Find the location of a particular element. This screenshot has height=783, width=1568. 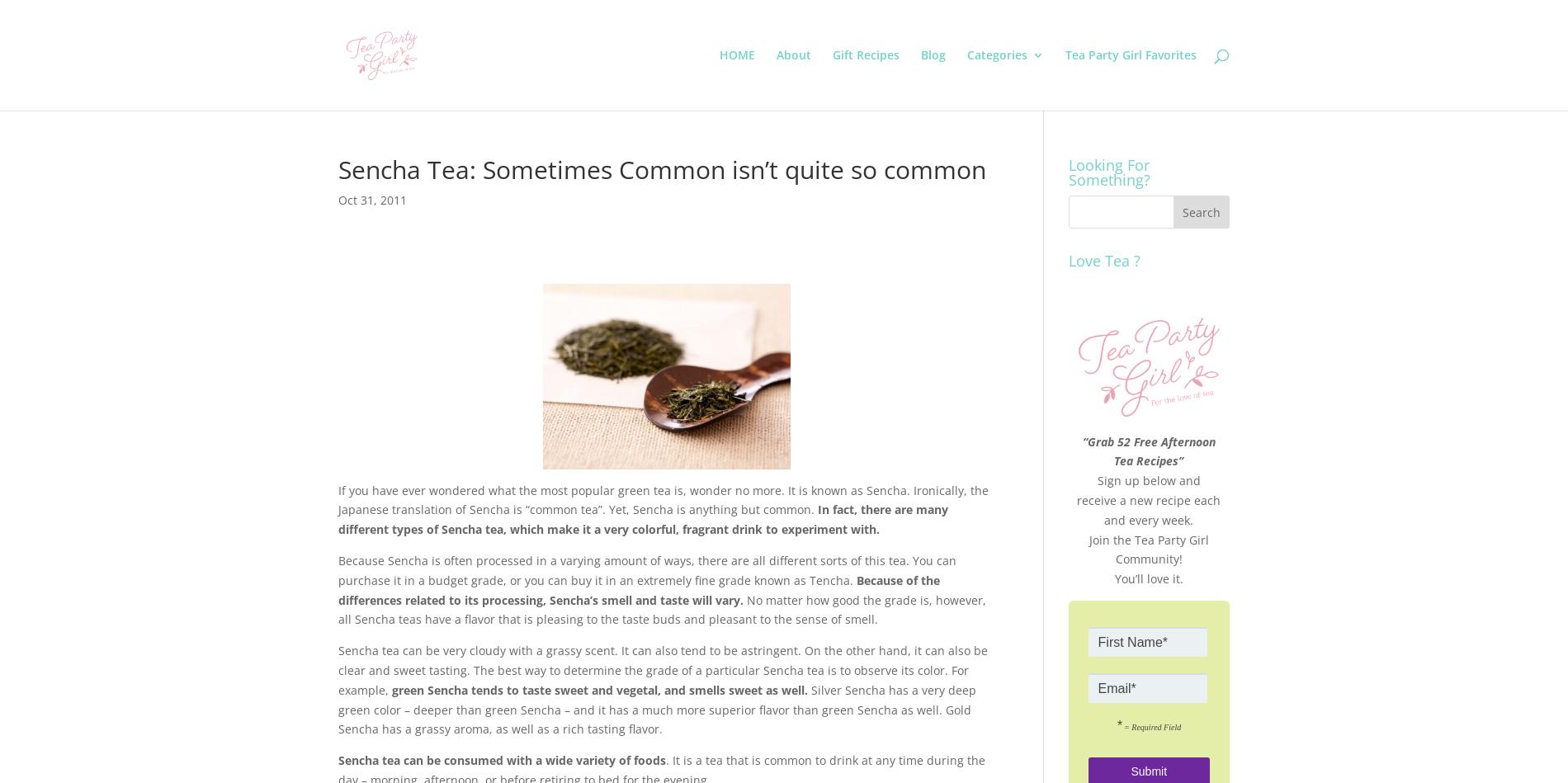

'Tea Recipes”' is located at coordinates (1147, 460).